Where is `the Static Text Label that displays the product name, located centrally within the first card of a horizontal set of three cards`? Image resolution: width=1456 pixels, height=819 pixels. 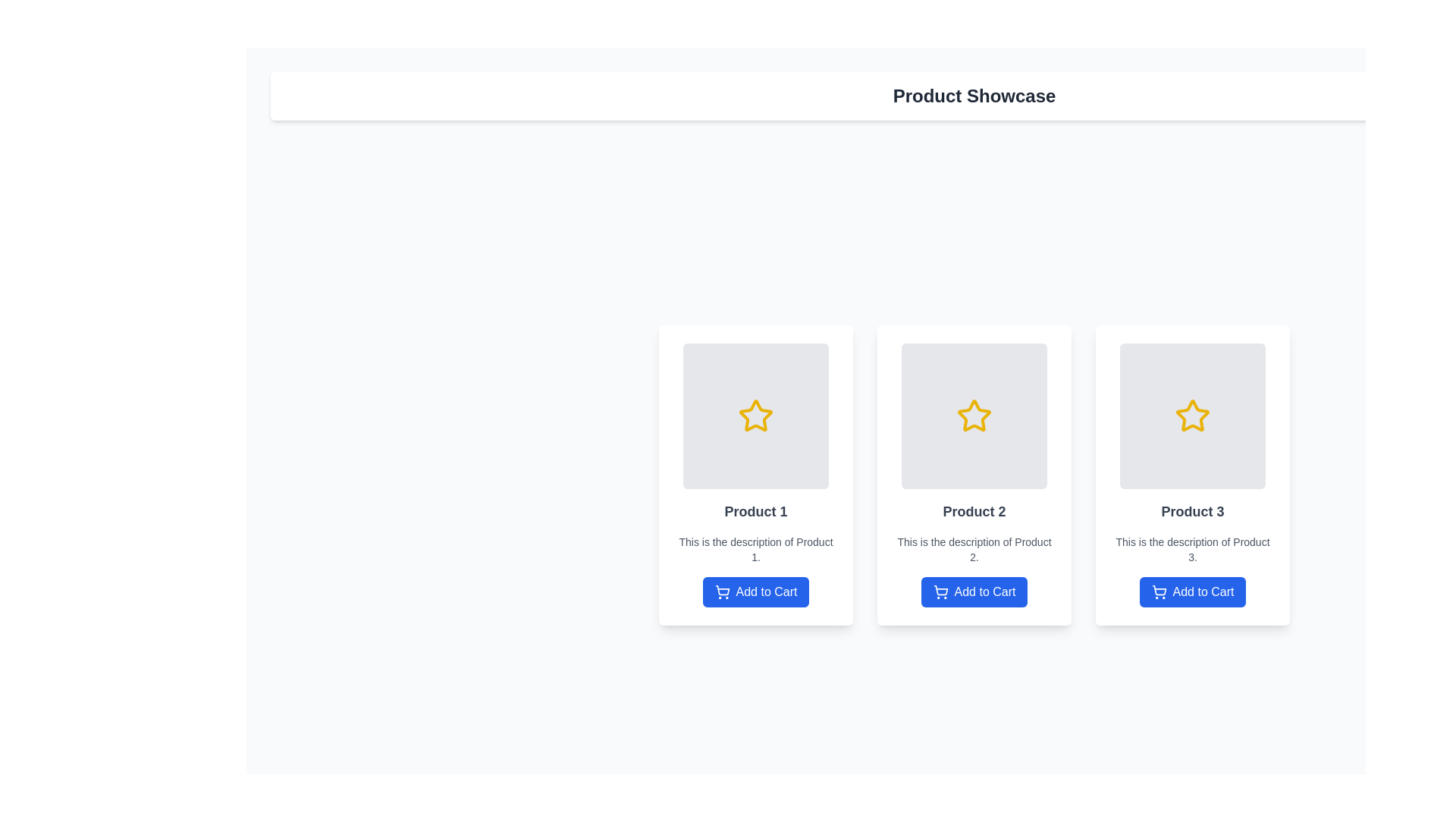
the Static Text Label that displays the product name, located centrally within the first card of a horizontal set of three cards is located at coordinates (756, 512).